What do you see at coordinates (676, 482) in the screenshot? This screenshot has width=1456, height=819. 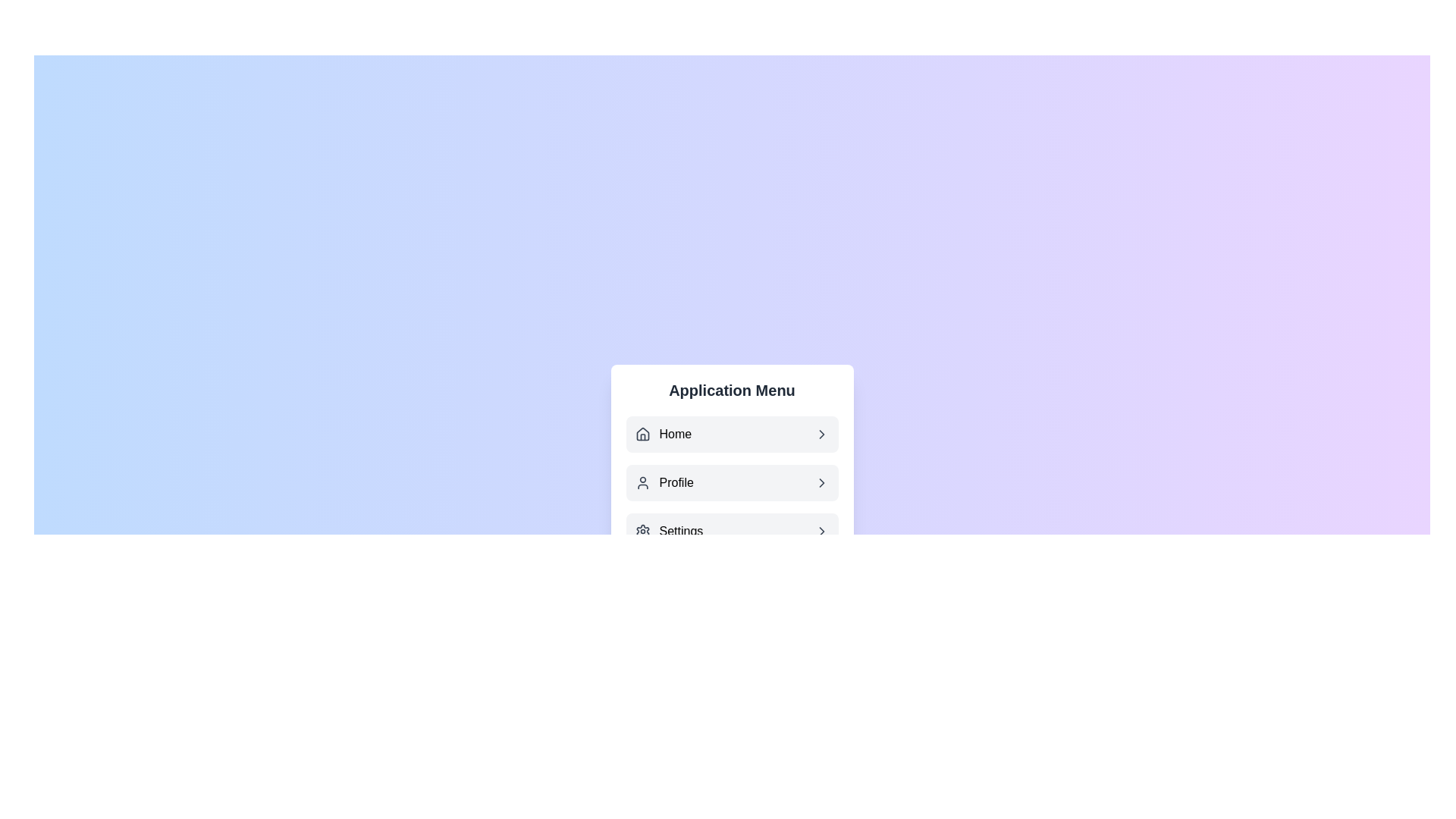 I see `'Profile' text label located in the navigation menu, styled with a sans-serif font and positioned to the right of a user profile icon` at bounding box center [676, 482].